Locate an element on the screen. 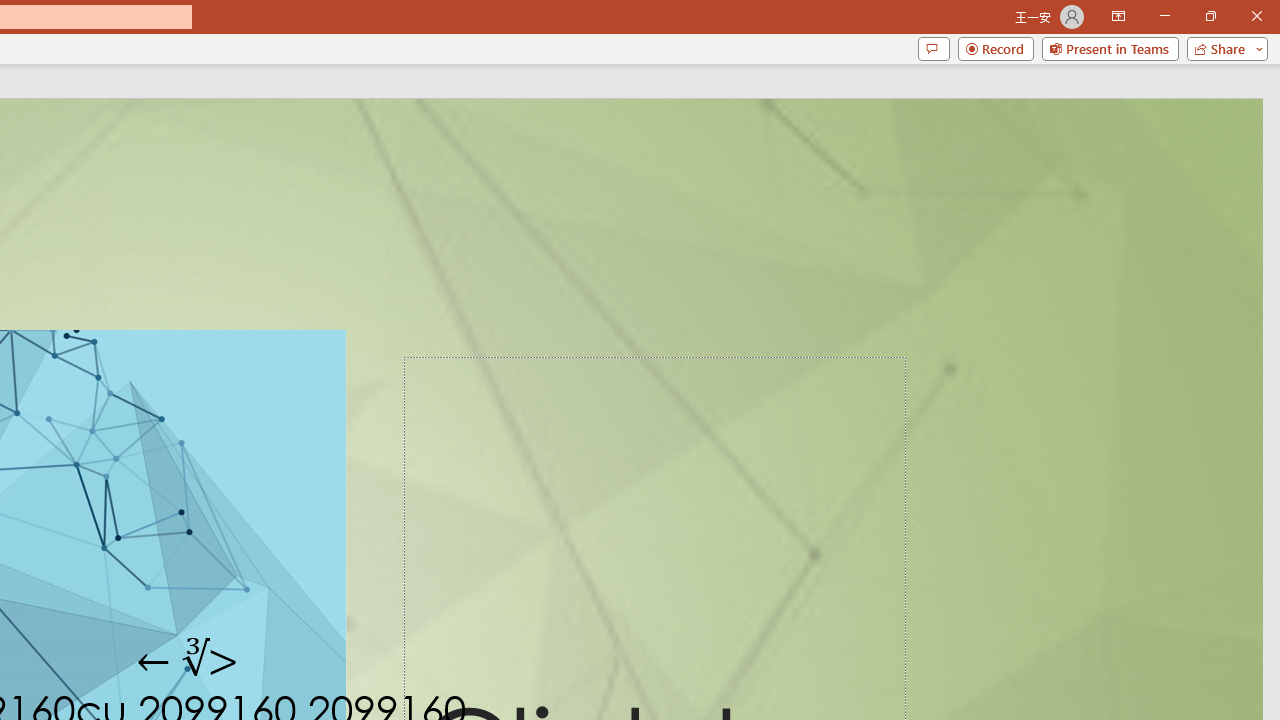  'Minimize' is located at coordinates (1164, 16).